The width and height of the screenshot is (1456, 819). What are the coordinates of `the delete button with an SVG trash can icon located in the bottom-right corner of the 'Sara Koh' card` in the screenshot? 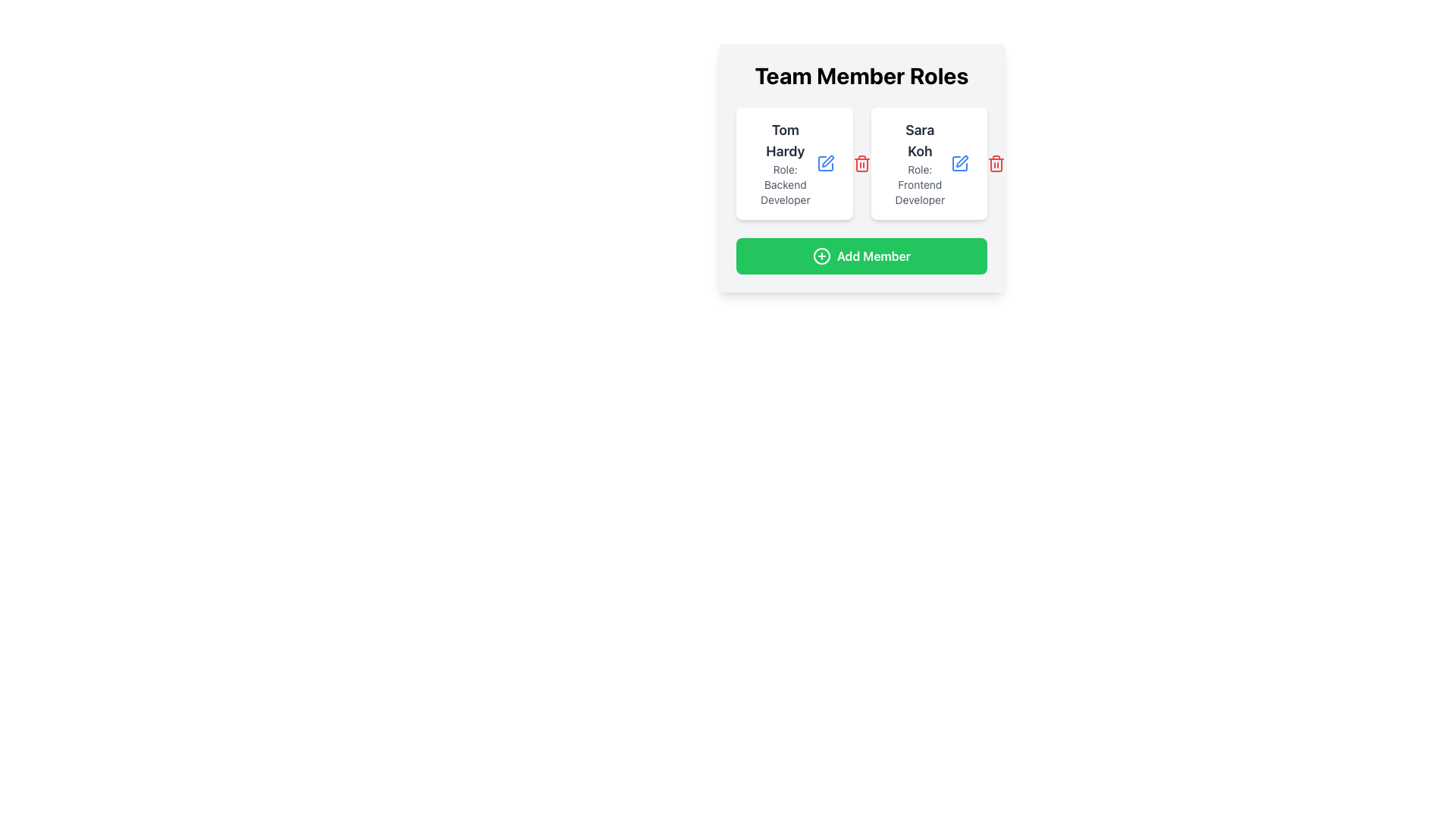 It's located at (996, 164).